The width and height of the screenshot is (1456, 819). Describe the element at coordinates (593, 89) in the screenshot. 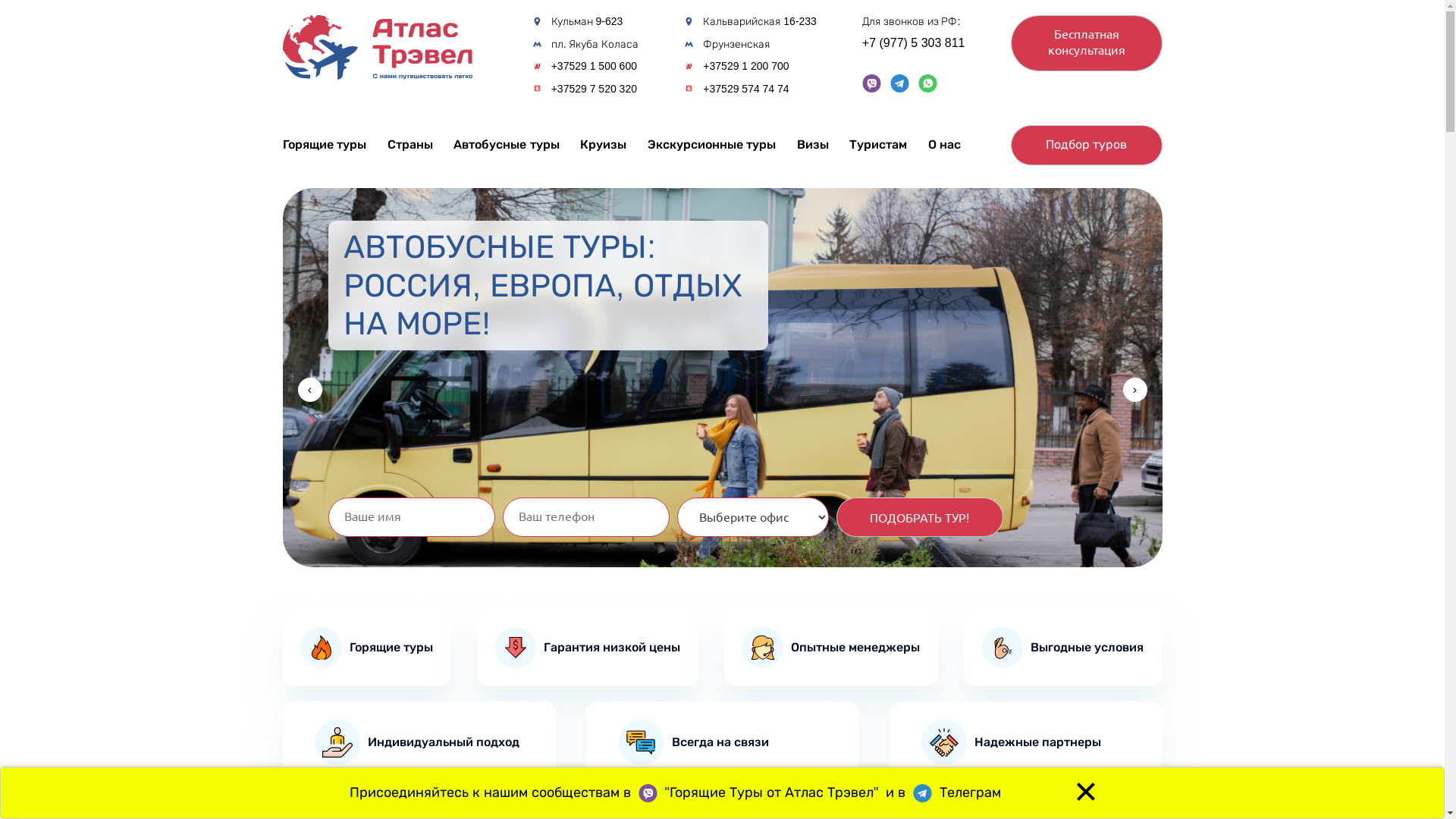

I see `'+37529 7 520 320'` at that location.